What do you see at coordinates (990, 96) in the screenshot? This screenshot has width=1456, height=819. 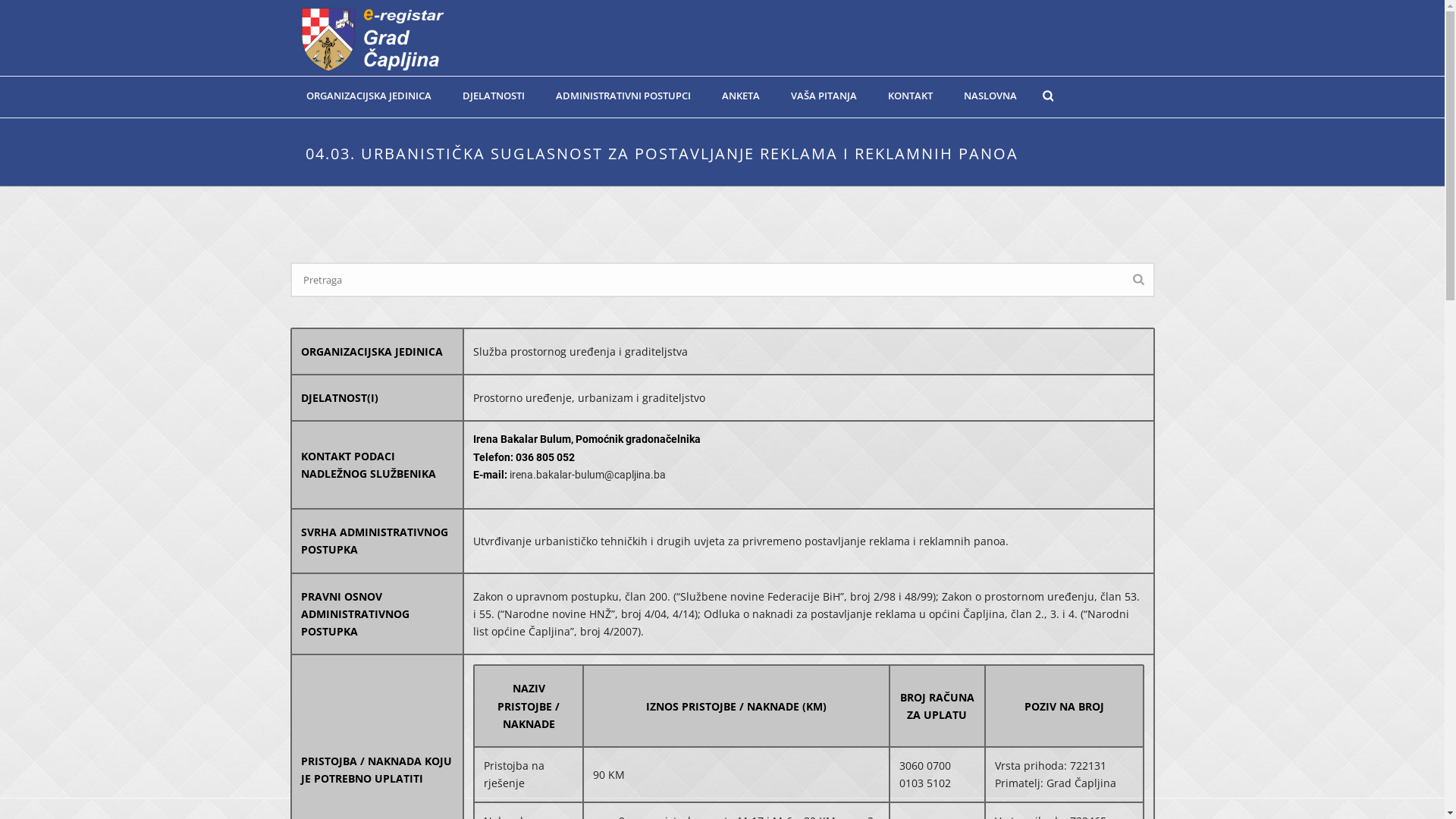 I see `'NASLOVNA'` at bounding box center [990, 96].